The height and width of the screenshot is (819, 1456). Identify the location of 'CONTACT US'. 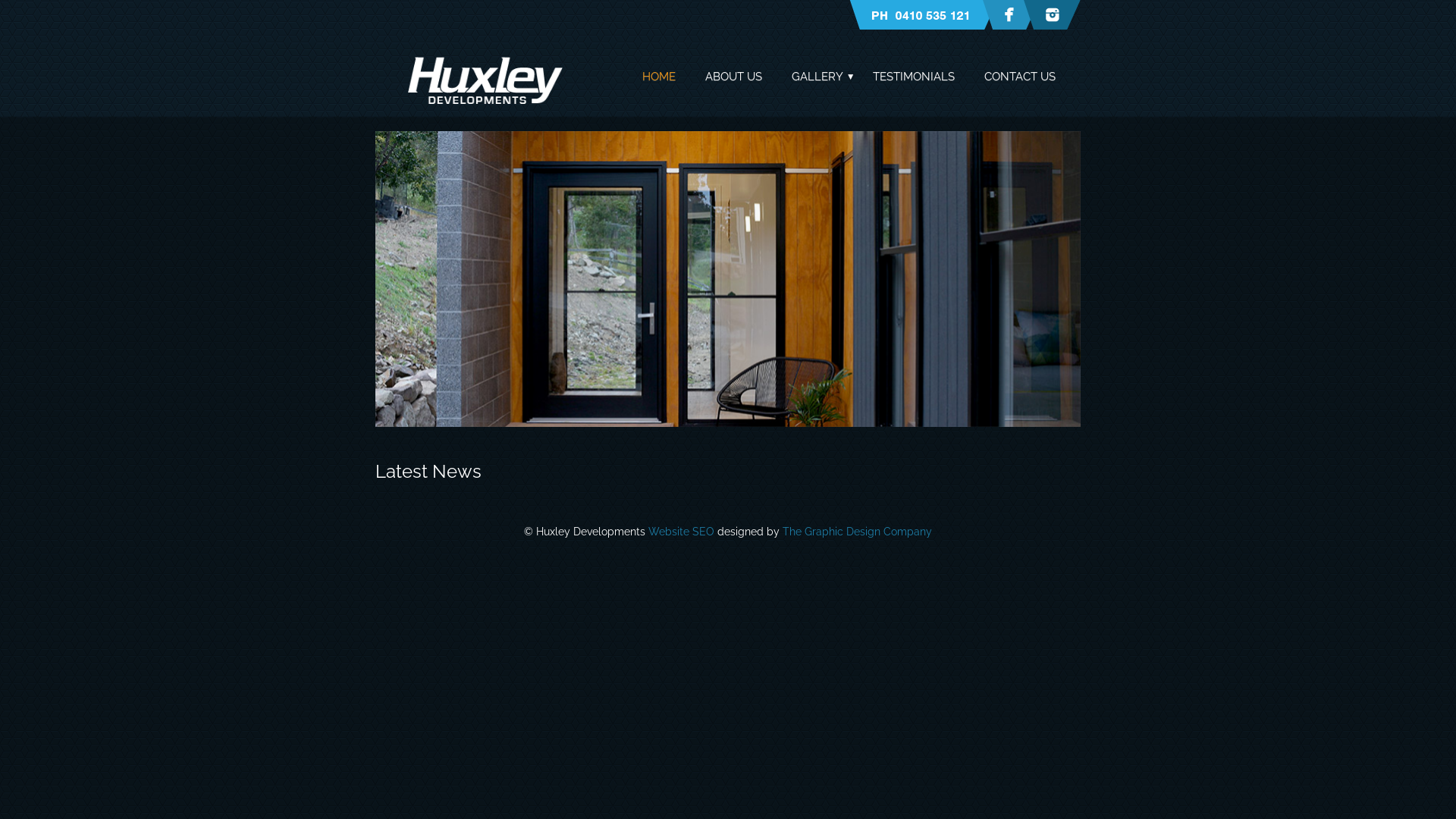
(1019, 77).